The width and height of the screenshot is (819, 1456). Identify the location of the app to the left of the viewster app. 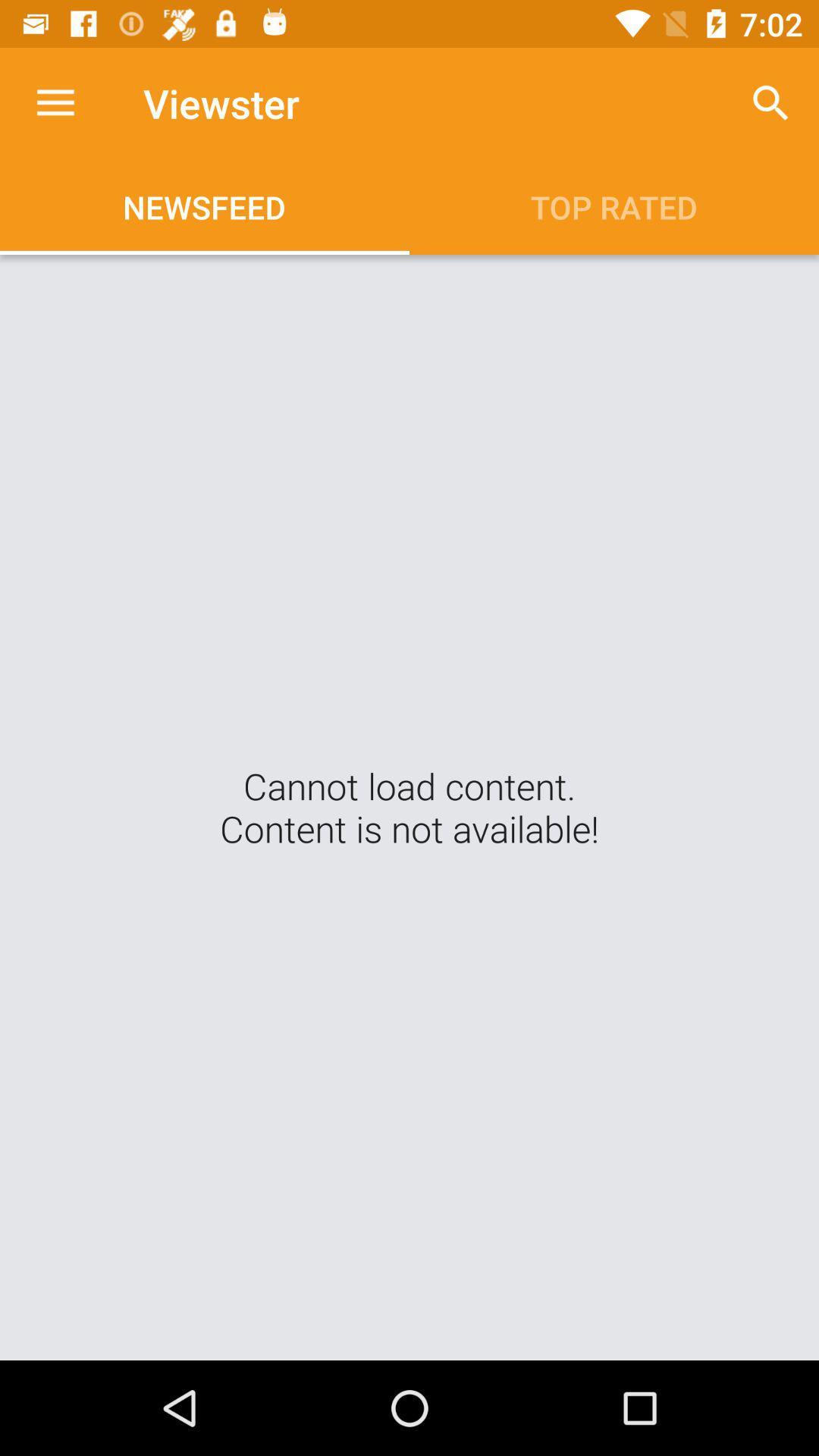
(55, 102).